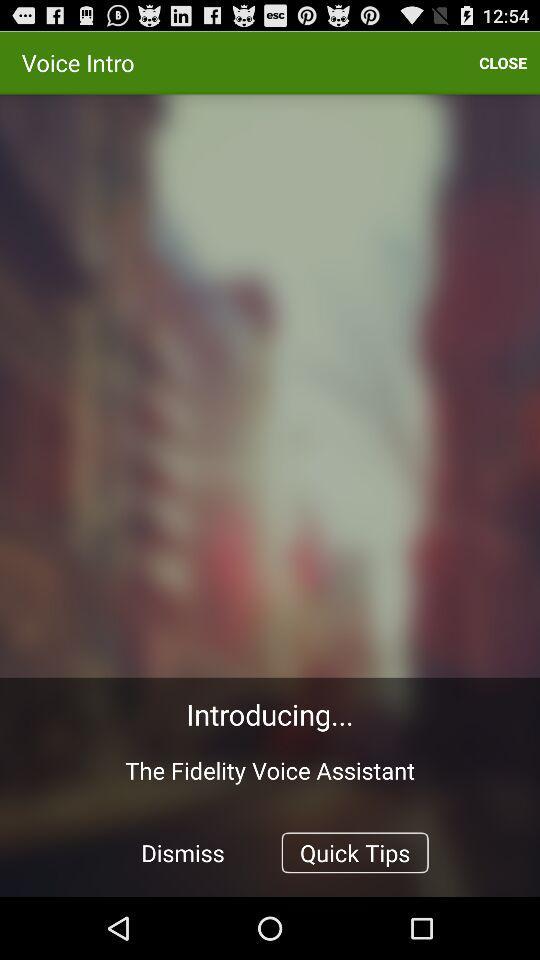  Describe the element at coordinates (183, 851) in the screenshot. I see `dismiss icon` at that location.